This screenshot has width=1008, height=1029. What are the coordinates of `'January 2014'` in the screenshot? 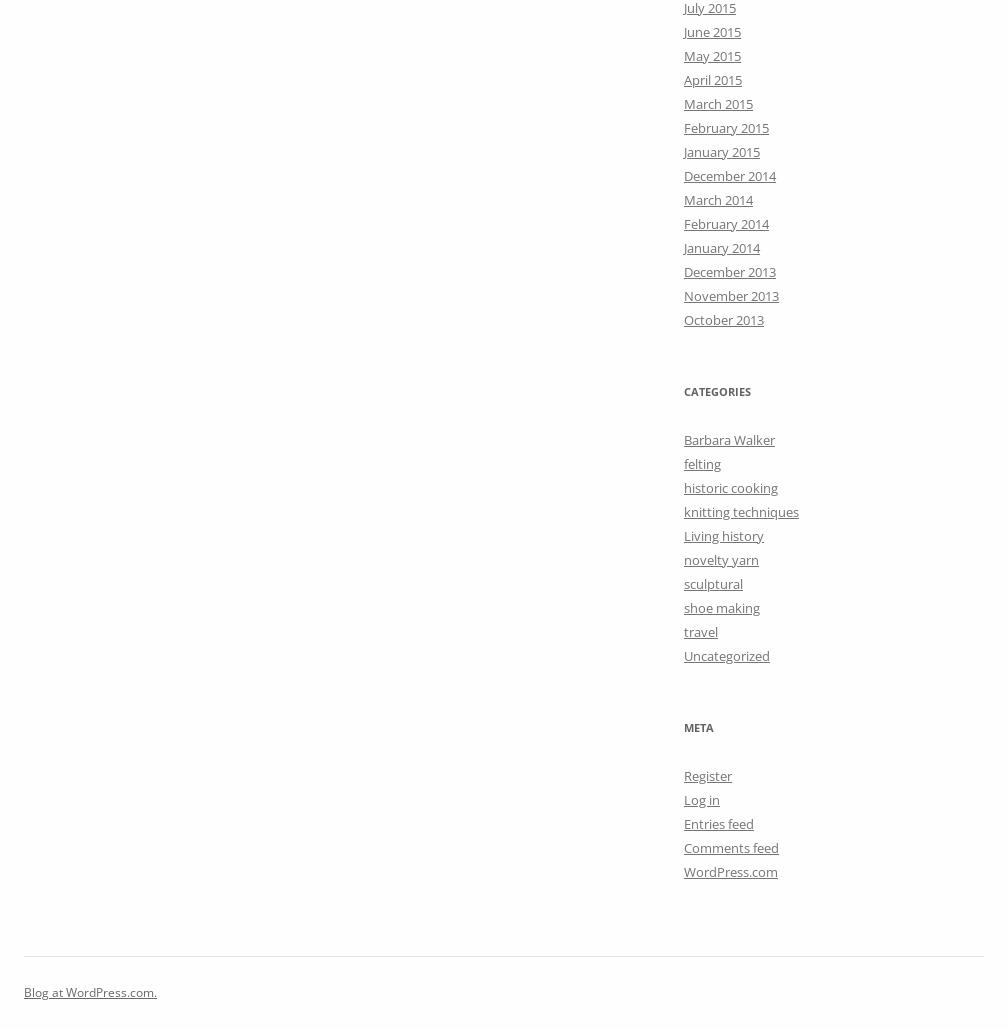 It's located at (684, 245).